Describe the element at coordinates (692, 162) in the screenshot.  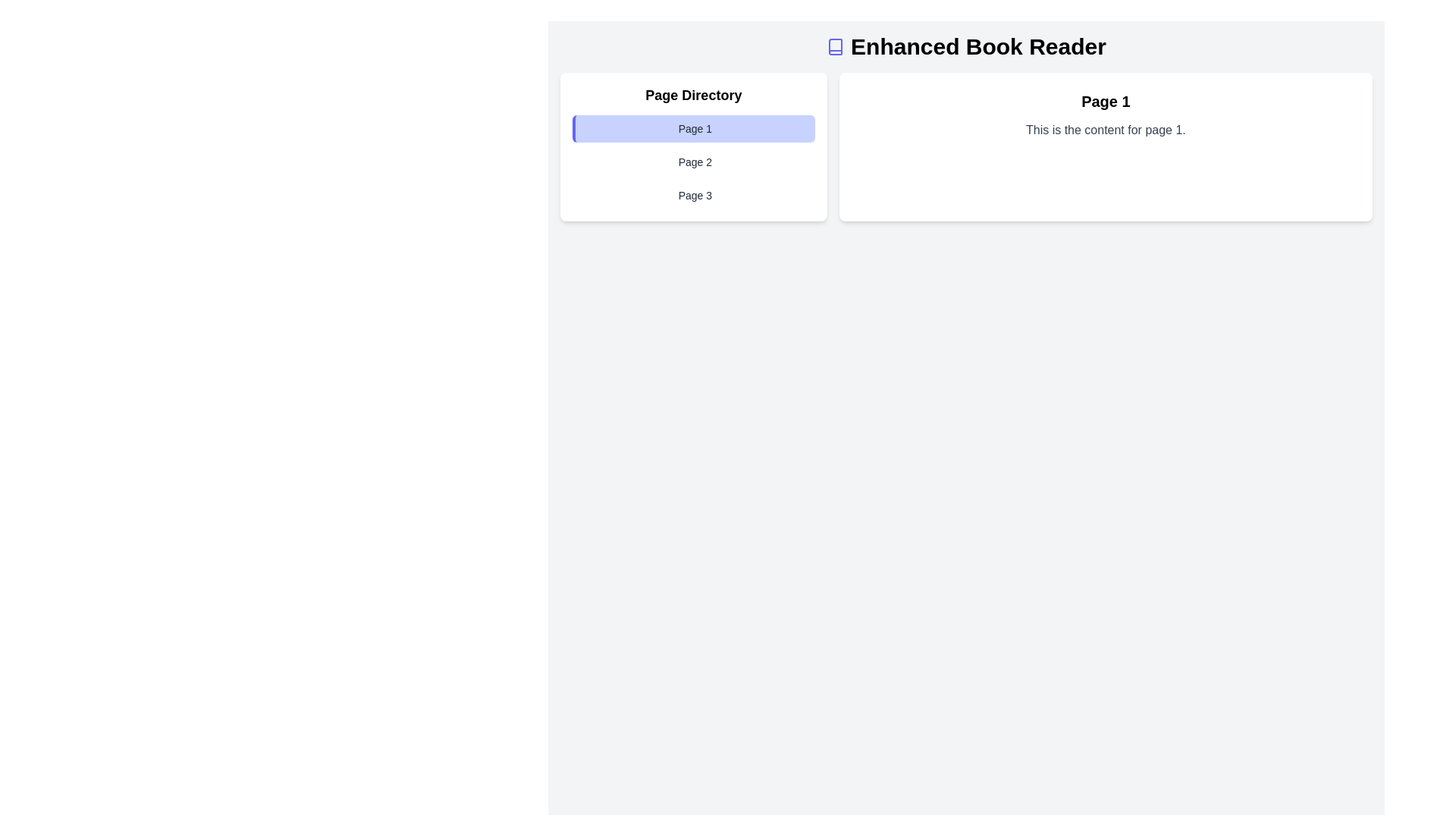
I see `the 'Page 2' navigation item in the 'Page Directory' card` at that location.